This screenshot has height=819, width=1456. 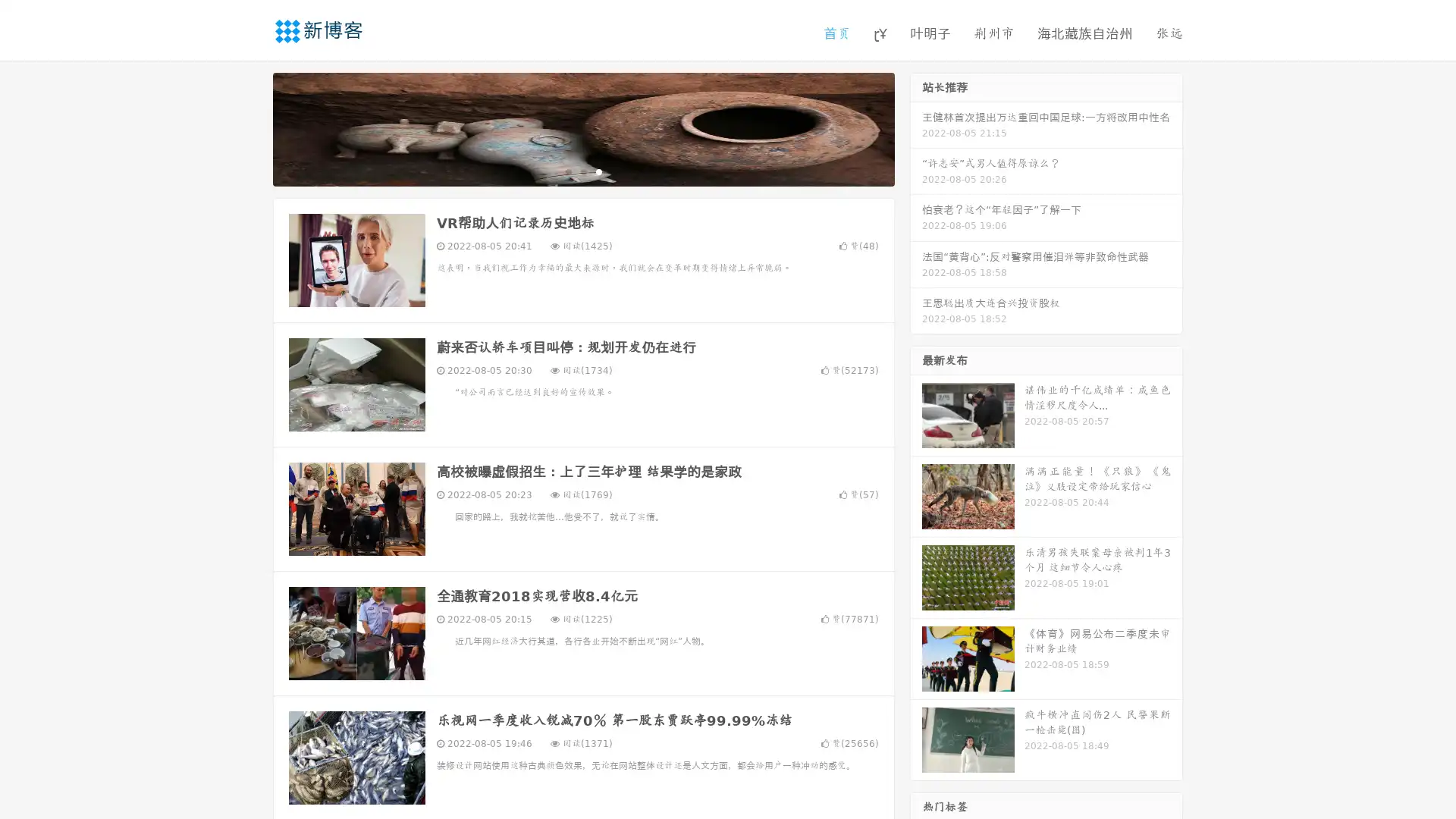 What do you see at coordinates (582, 171) in the screenshot?
I see `Go to slide 2` at bounding box center [582, 171].